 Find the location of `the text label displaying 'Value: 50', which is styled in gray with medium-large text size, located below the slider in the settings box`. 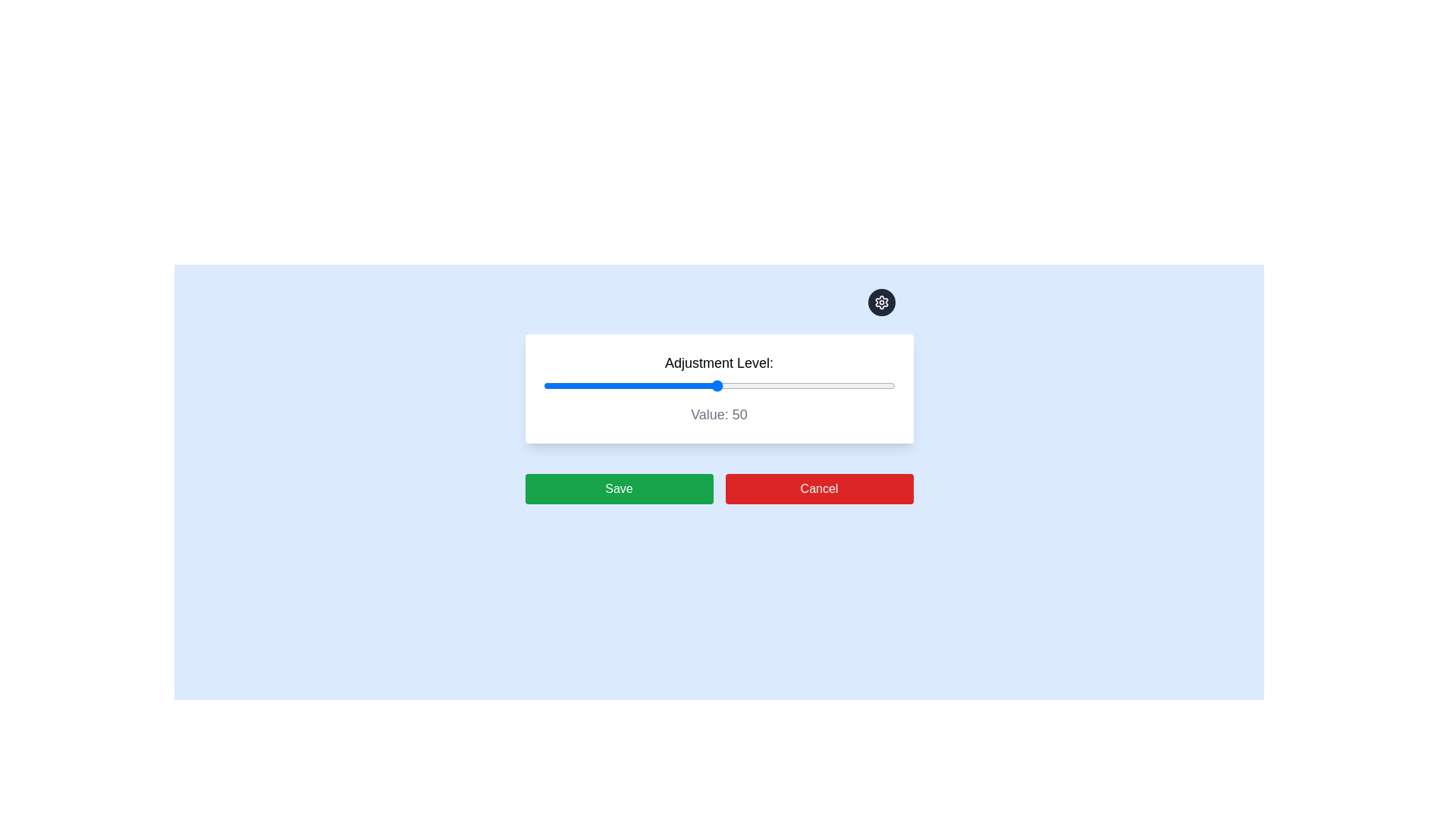

the text label displaying 'Value: 50', which is styled in gray with medium-large text size, located below the slider in the settings box is located at coordinates (718, 415).